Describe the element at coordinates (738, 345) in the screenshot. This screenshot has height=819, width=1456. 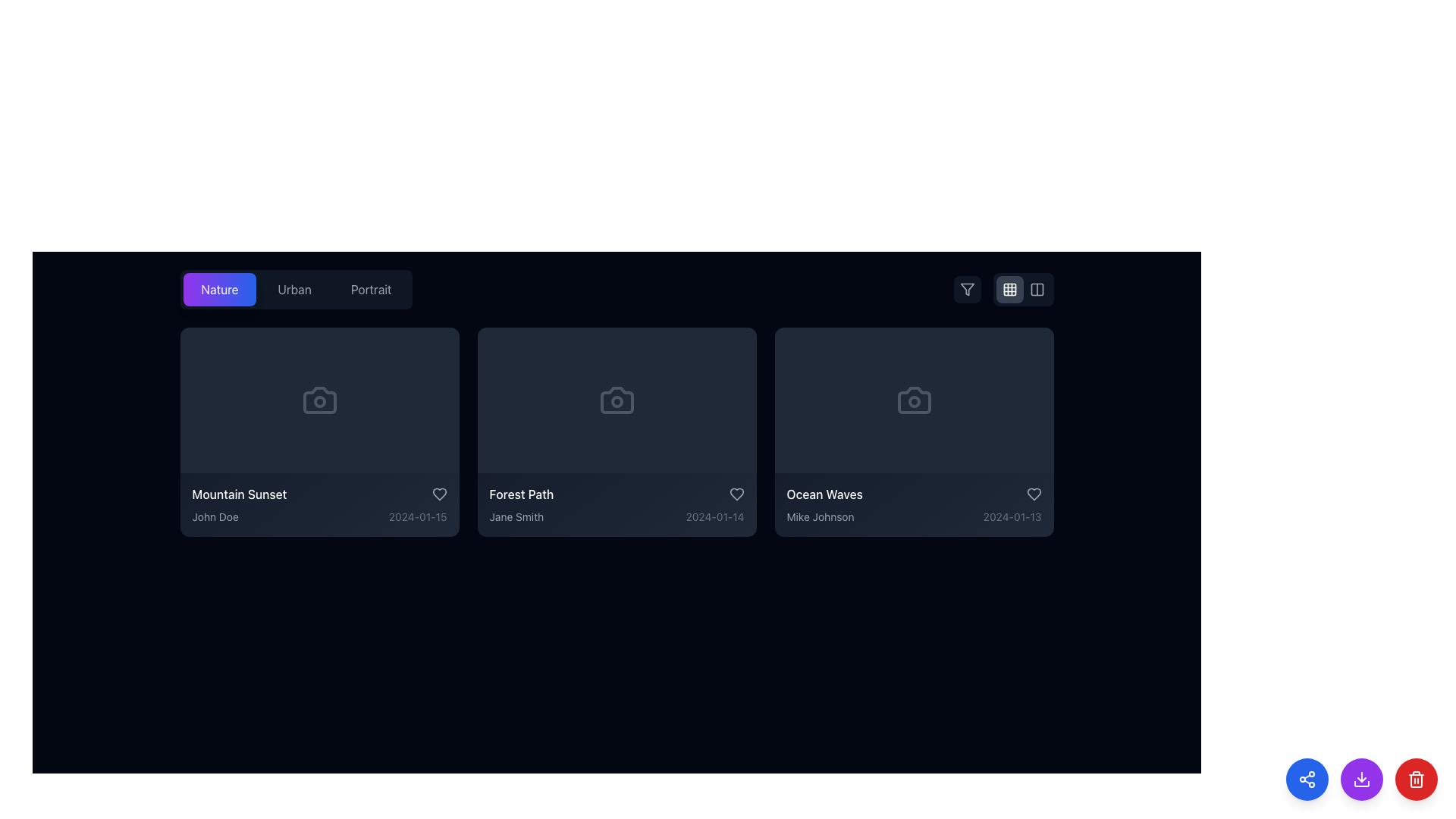
I see `the button located at the top-right position of the second card in a horizontal list` at that location.